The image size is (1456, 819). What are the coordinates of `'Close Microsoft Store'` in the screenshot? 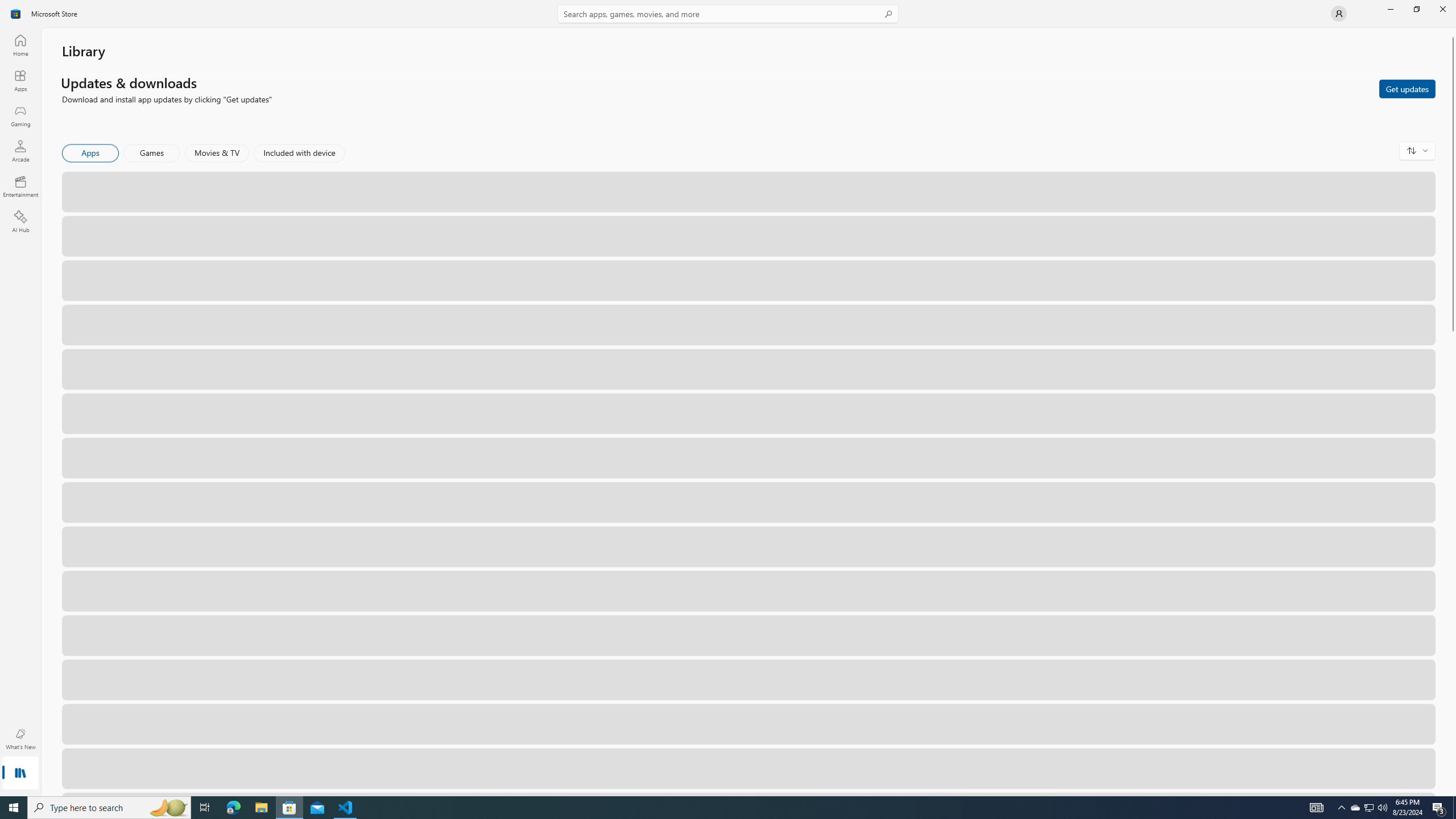 It's located at (1442, 9).